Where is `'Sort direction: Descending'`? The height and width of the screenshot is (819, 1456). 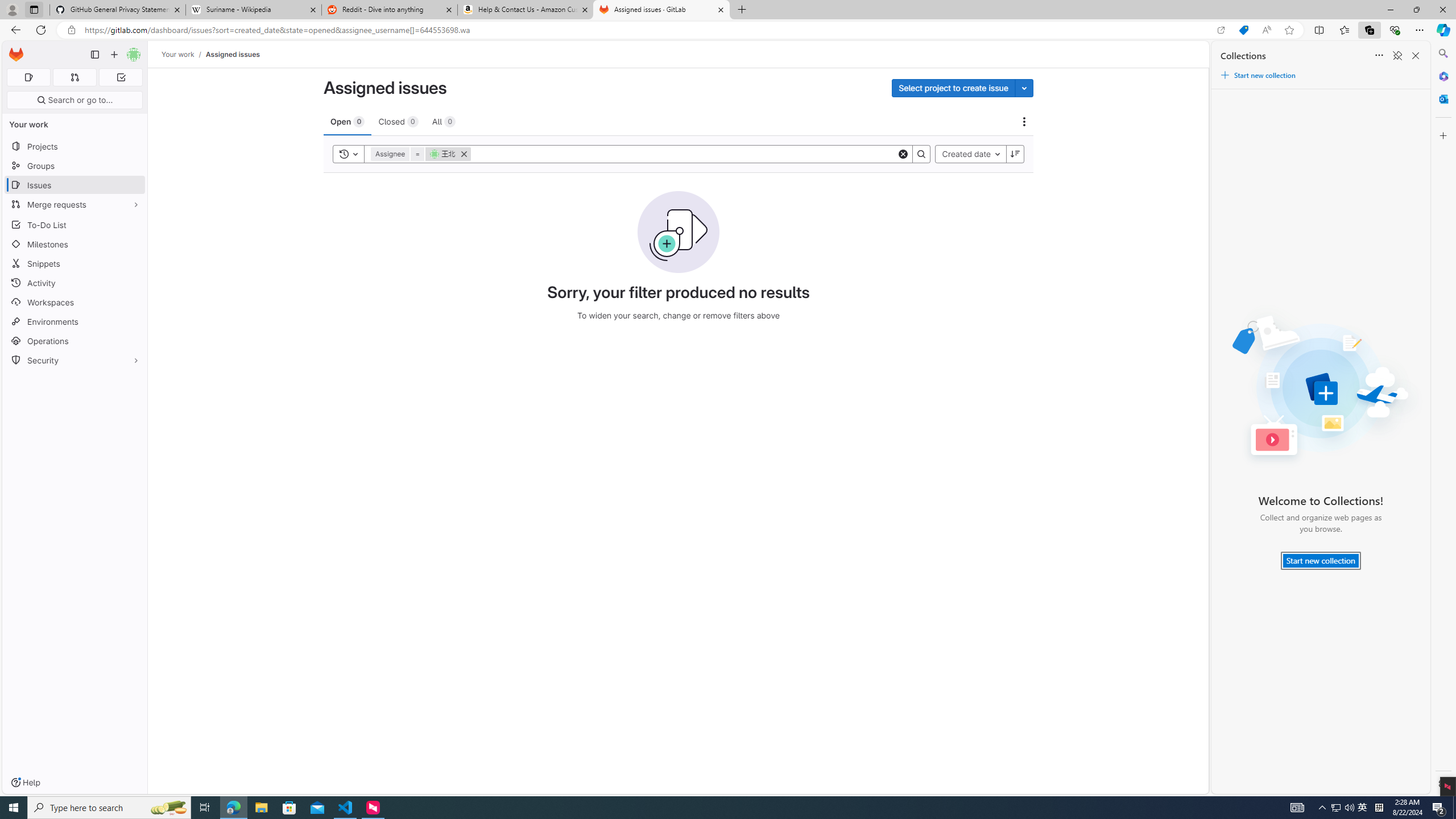
'Sort direction: Descending' is located at coordinates (1015, 153).